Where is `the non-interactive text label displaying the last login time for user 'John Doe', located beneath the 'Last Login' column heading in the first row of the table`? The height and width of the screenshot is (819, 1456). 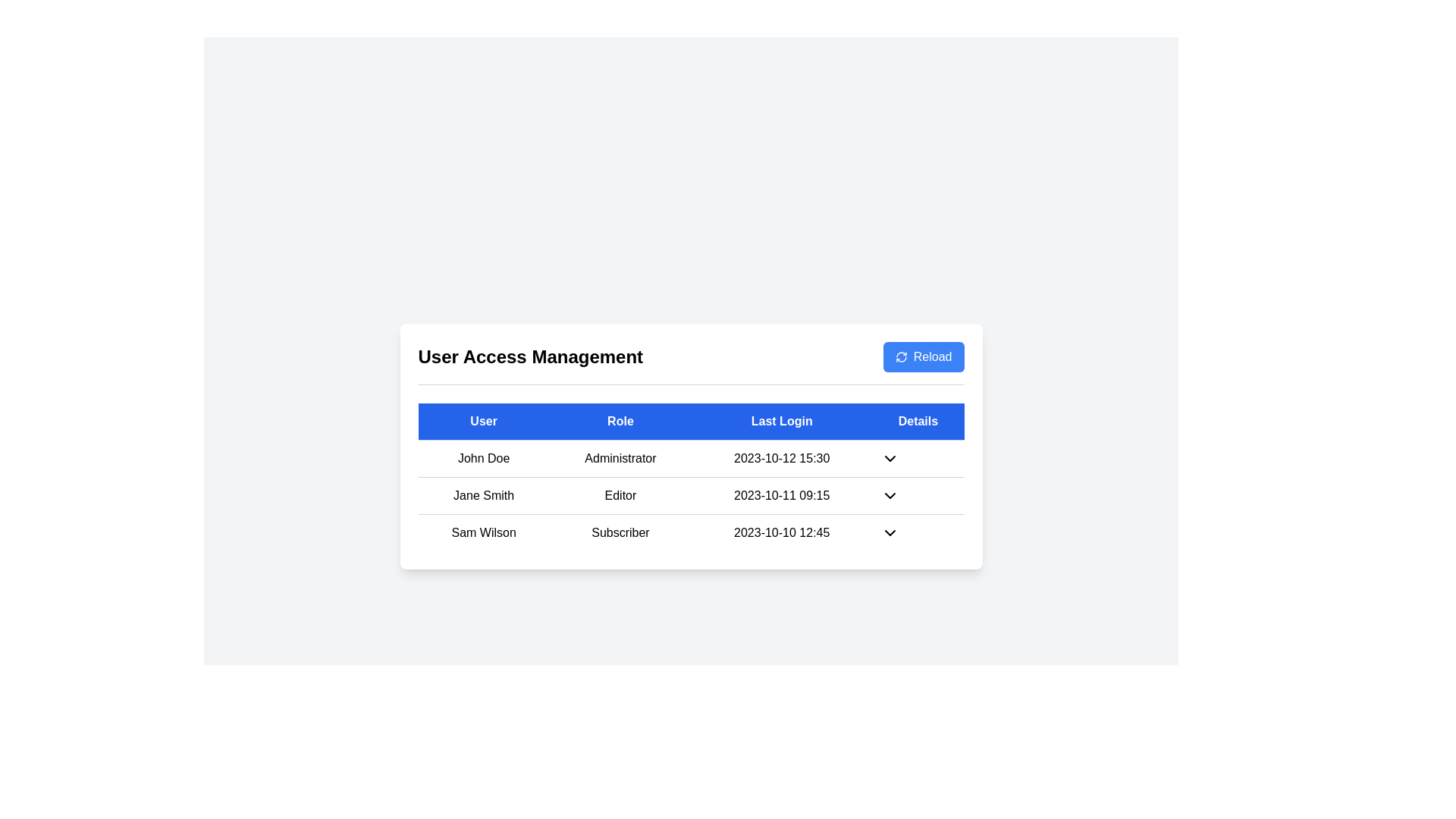 the non-interactive text label displaying the last login time for user 'John Doe', located beneath the 'Last Login' column heading in the first row of the table is located at coordinates (782, 458).